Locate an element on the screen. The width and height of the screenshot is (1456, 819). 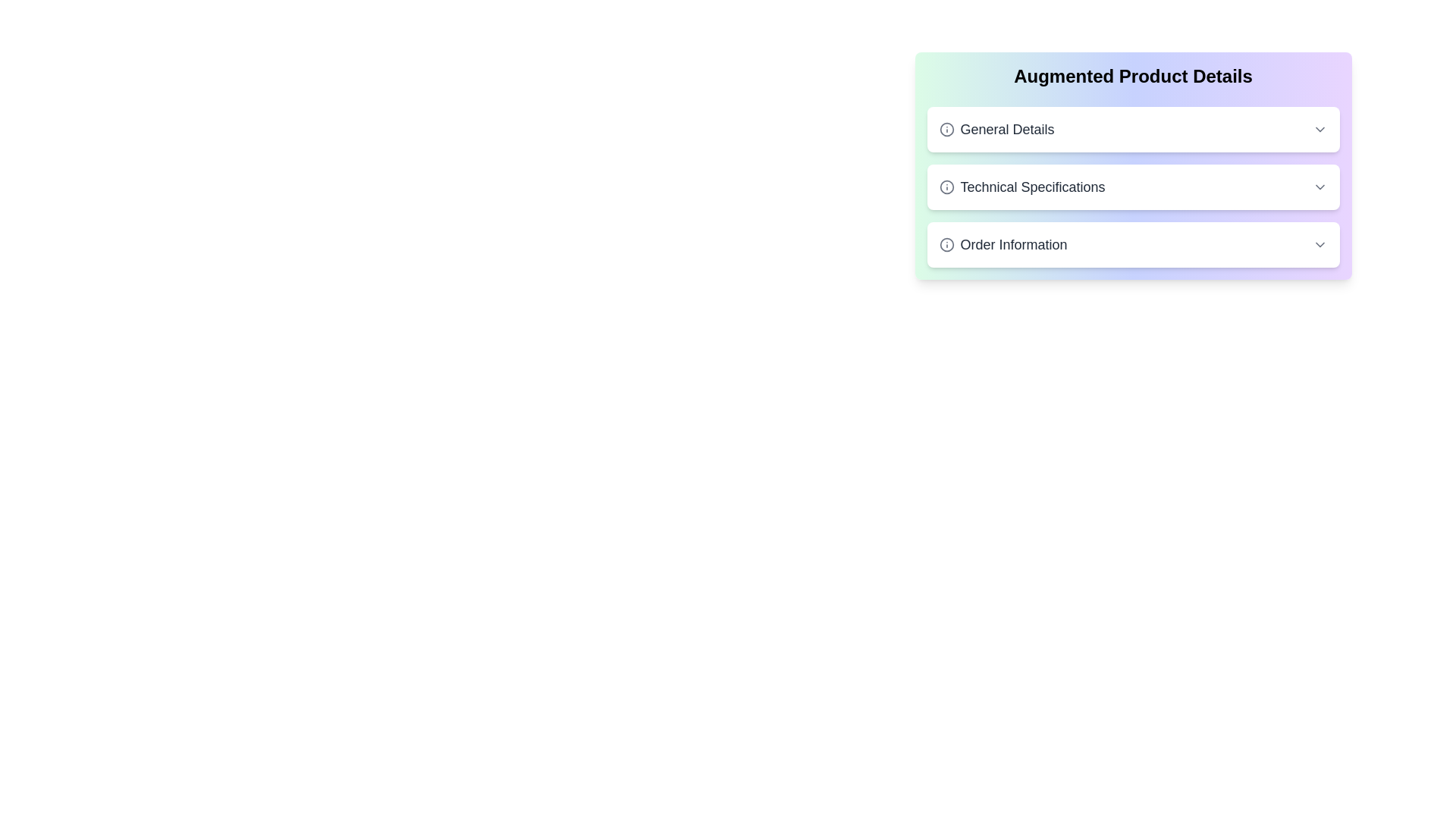
the Chevron icon located at the rightmost corner of the 'Technical Specifications' section is located at coordinates (1319, 186).